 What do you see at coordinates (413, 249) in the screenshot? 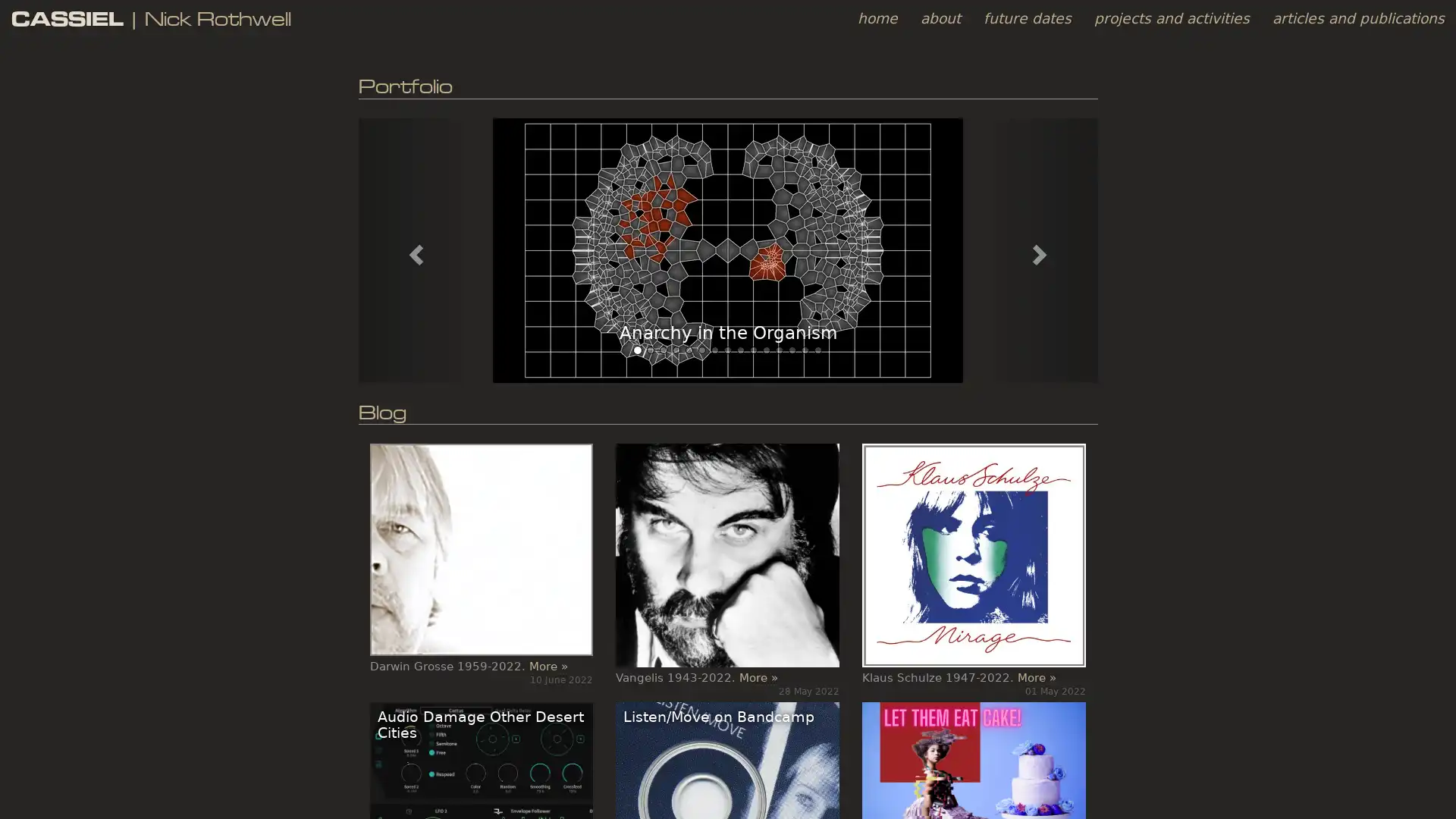
I see `Previous` at bounding box center [413, 249].